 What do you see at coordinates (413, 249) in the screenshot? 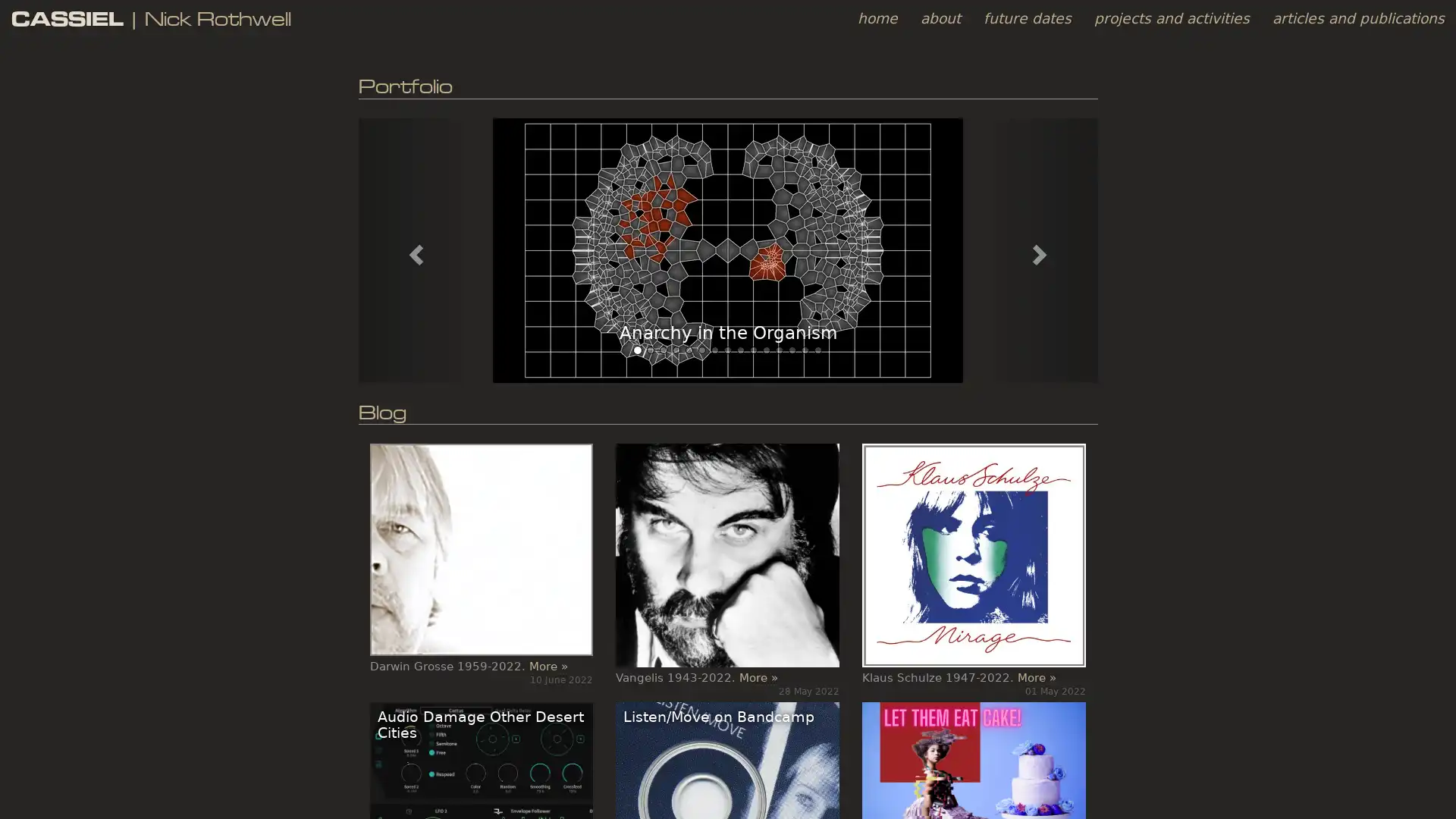
I see `Previous` at bounding box center [413, 249].